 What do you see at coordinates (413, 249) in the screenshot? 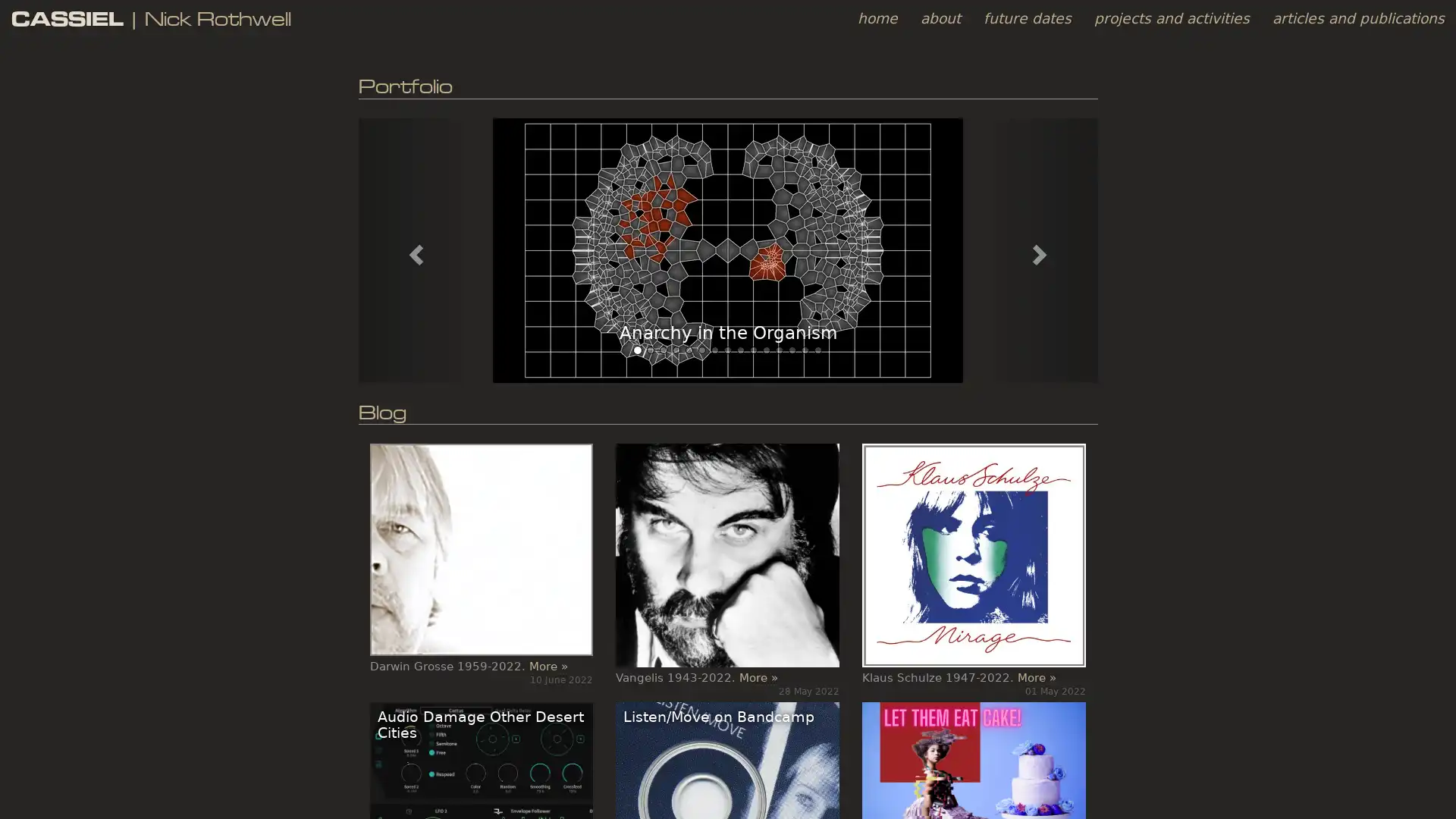
I see `Previous` at bounding box center [413, 249].